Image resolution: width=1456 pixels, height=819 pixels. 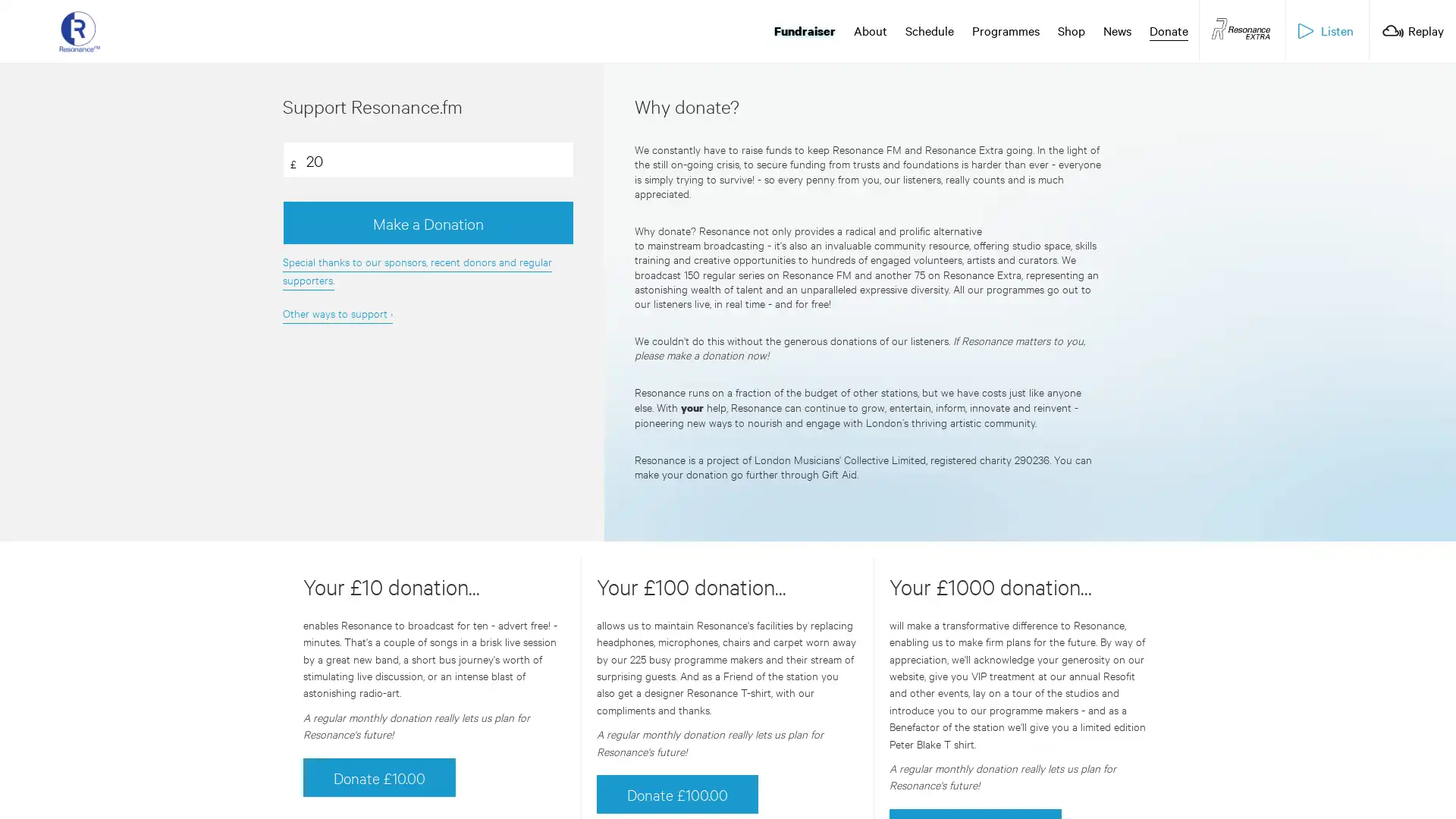 What do you see at coordinates (427, 222) in the screenshot?
I see `Make a Donation` at bounding box center [427, 222].